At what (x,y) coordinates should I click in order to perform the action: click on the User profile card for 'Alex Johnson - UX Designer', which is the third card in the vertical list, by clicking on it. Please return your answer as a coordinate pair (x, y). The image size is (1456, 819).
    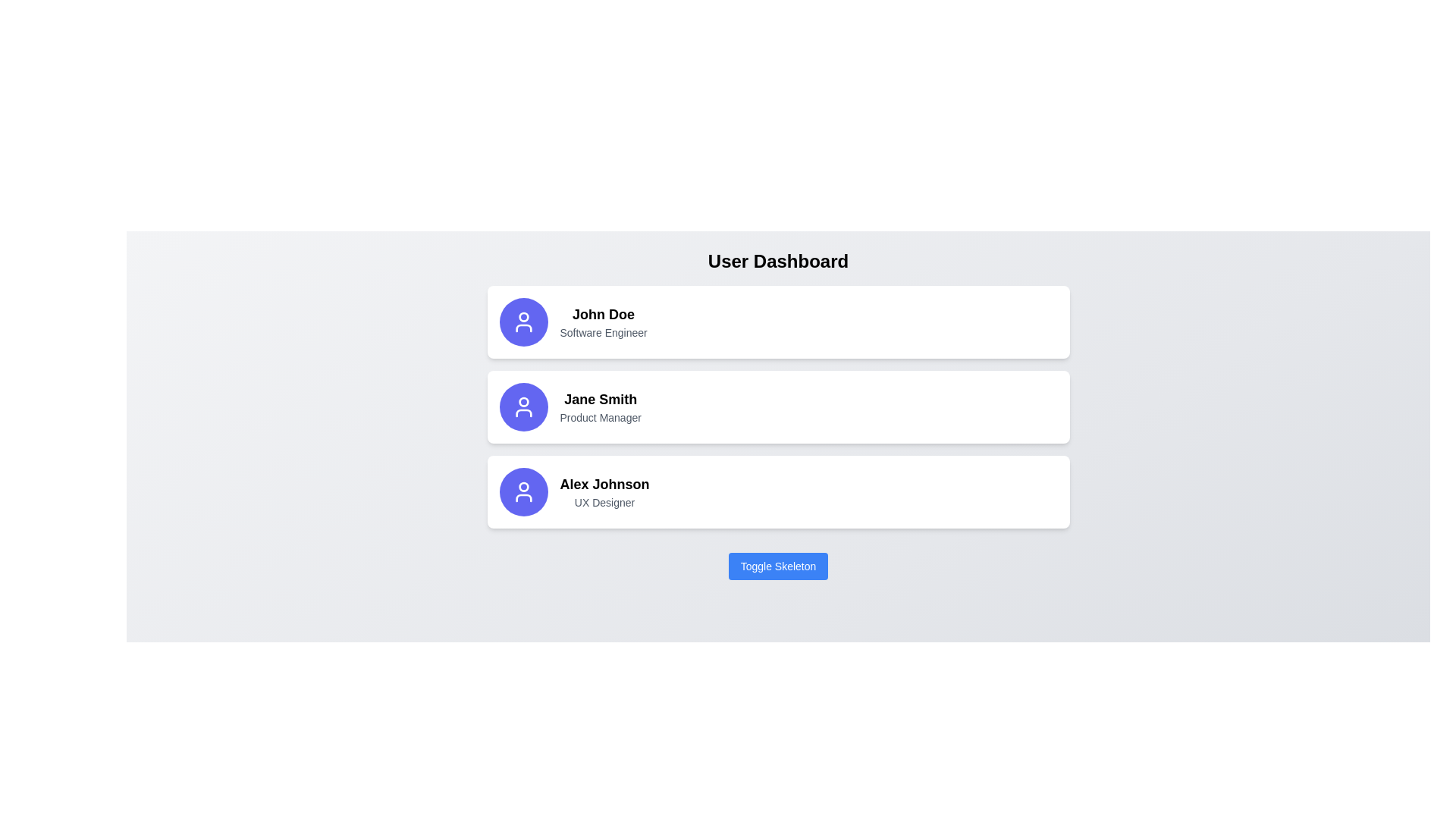
    Looking at the image, I should click on (778, 491).